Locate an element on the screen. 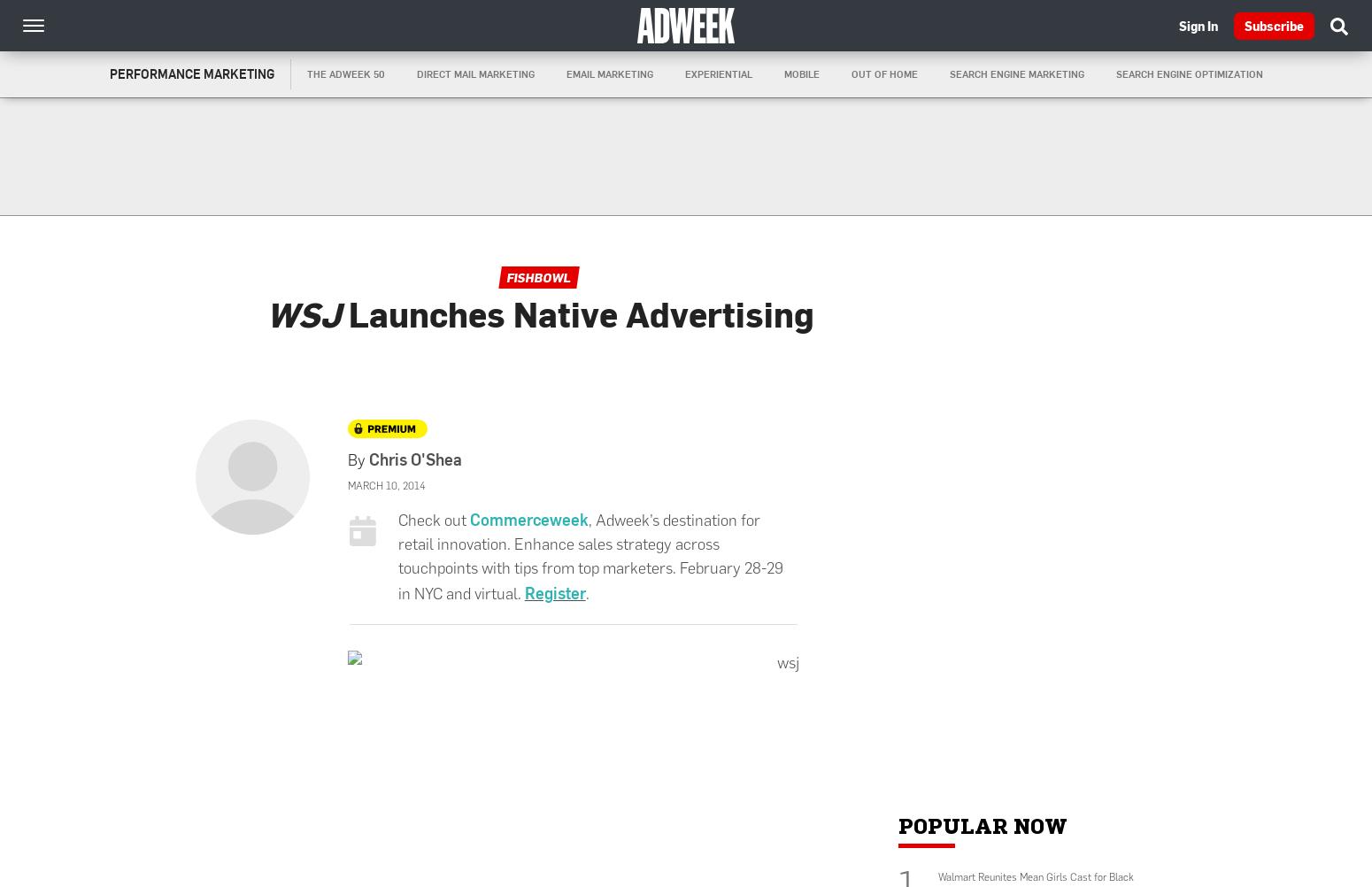  'Mobile' is located at coordinates (801, 73).